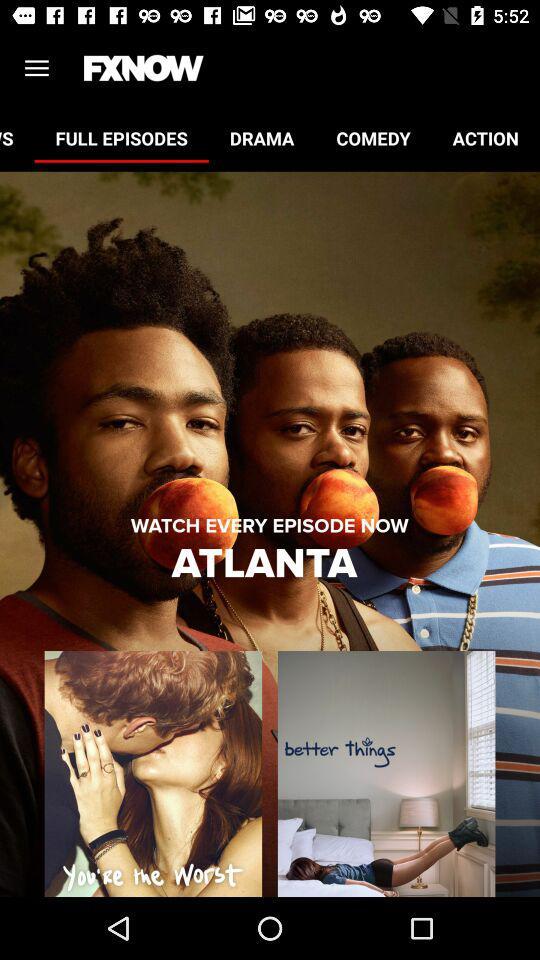 The width and height of the screenshot is (540, 960). Describe the element at coordinates (16, 137) in the screenshot. I see `all shows item` at that location.